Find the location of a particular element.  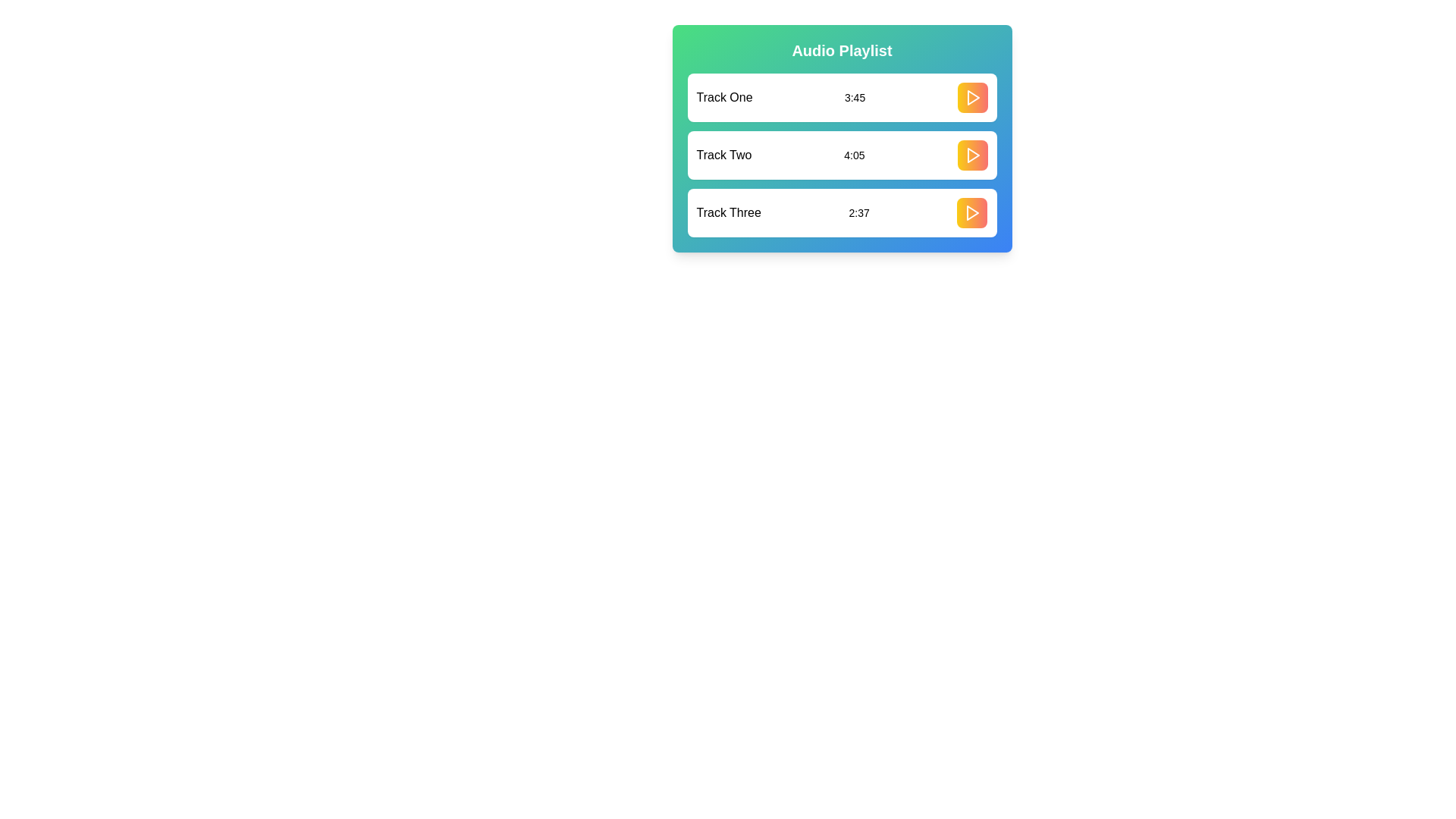

the Playlist Item displaying 'Track Two', which is the second card in the playlist panel is located at coordinates (841, 138).